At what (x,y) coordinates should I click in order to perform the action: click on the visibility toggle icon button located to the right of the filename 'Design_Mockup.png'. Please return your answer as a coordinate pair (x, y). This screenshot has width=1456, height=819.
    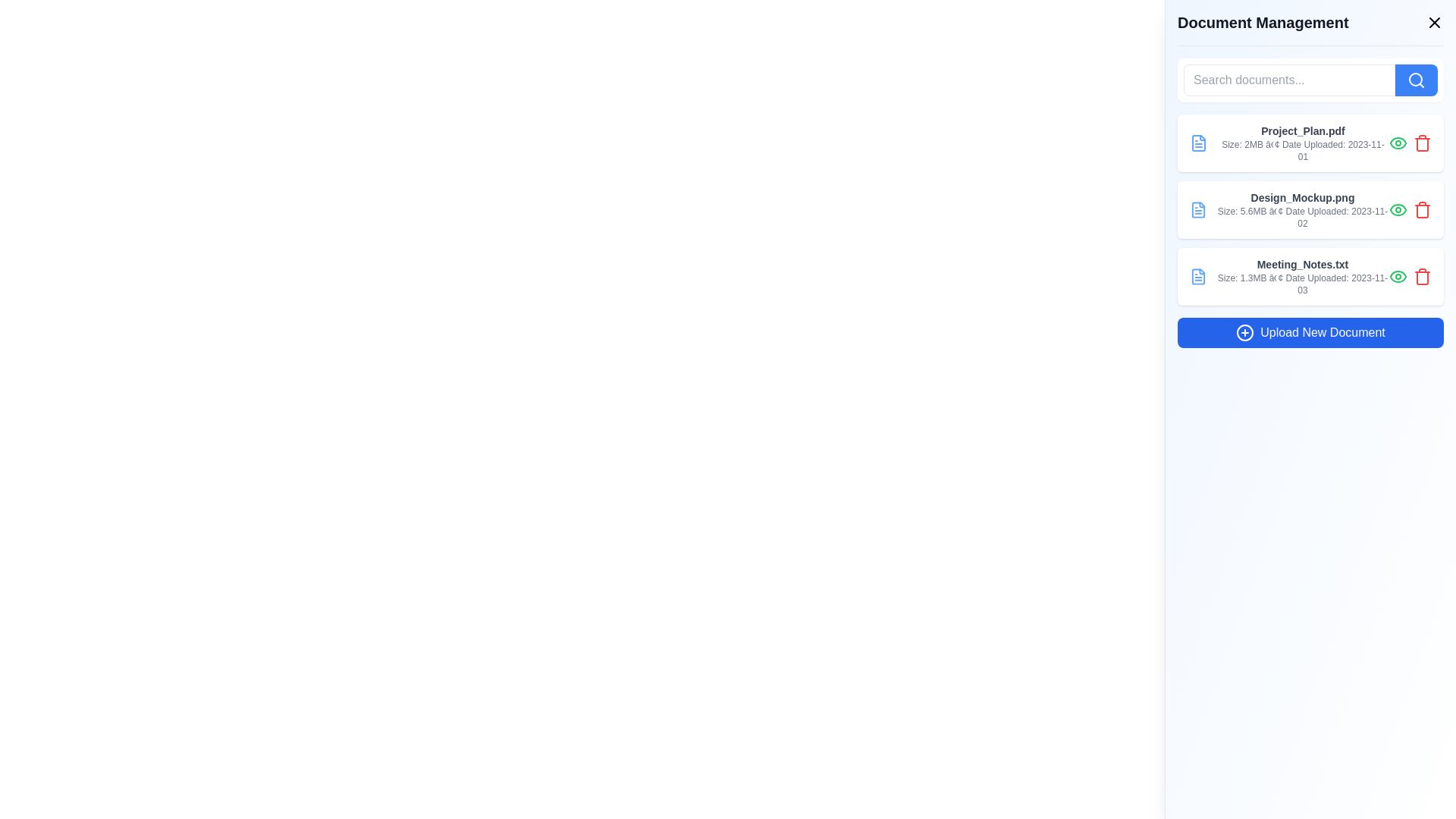
    Looking at the image, I should click on (1397, 210).